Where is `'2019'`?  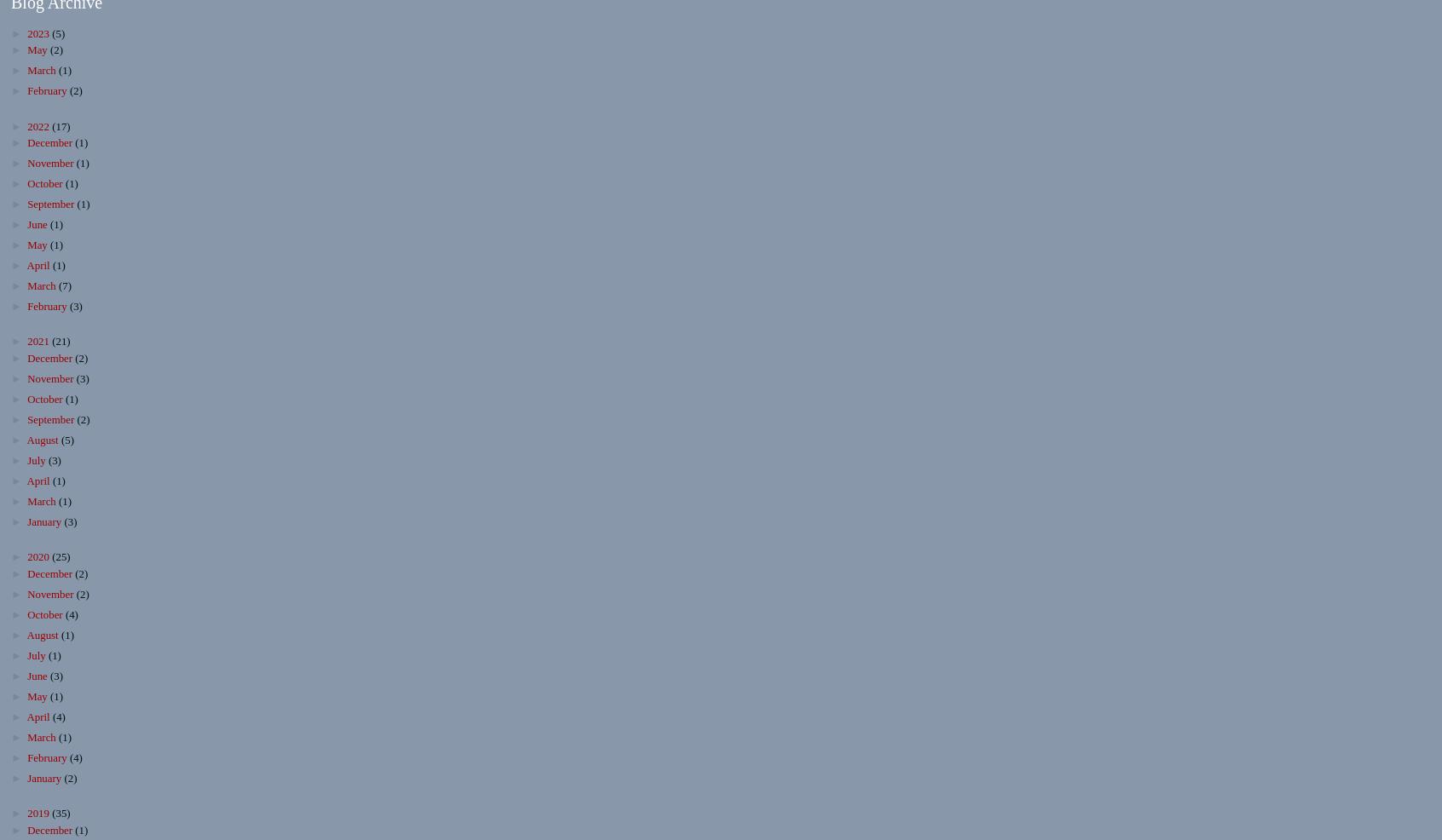
'2019' is located at coordinates (38, 814).